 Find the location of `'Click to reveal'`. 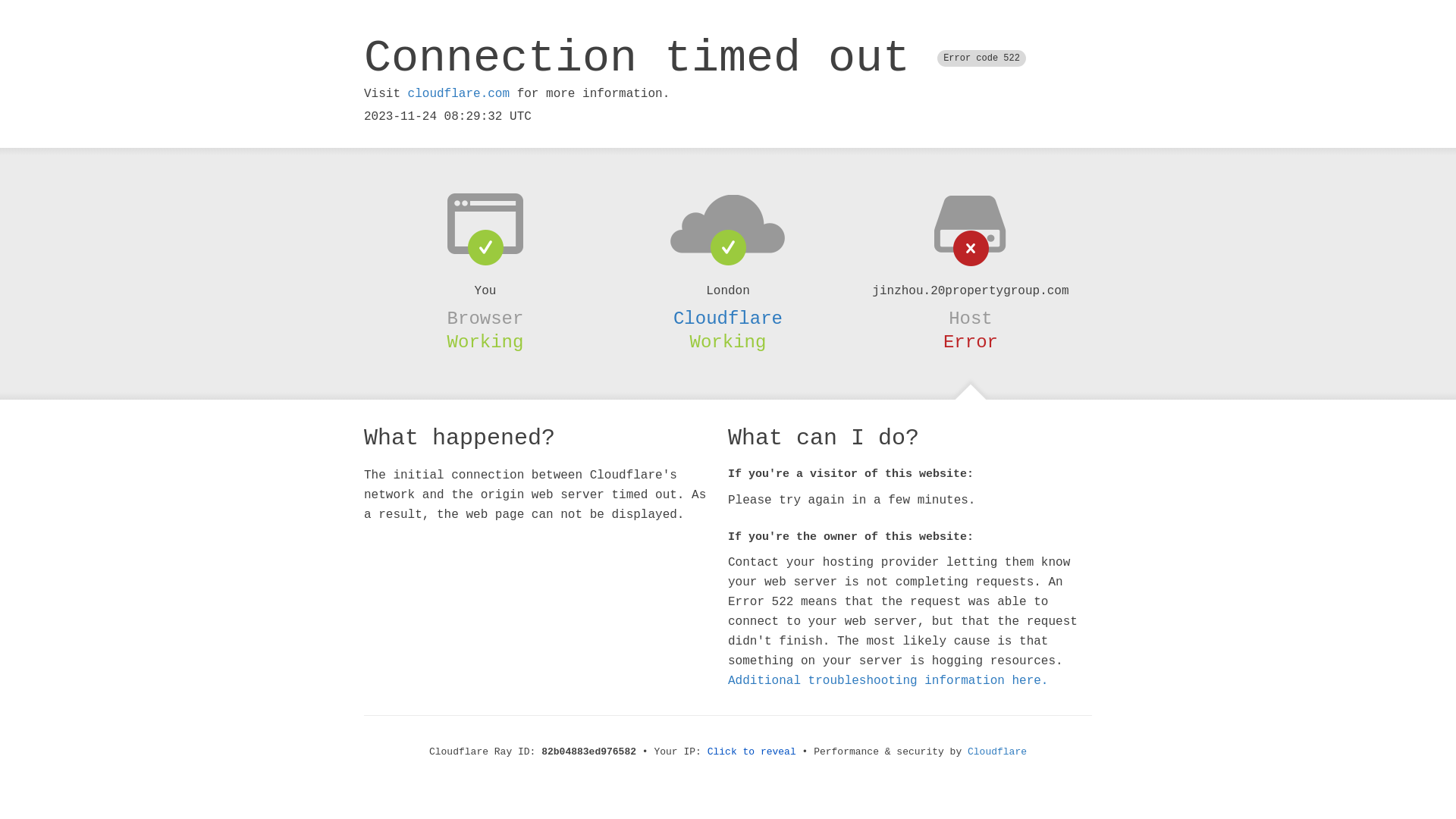

'Click to reveal' is located at coordinates (752, 752).